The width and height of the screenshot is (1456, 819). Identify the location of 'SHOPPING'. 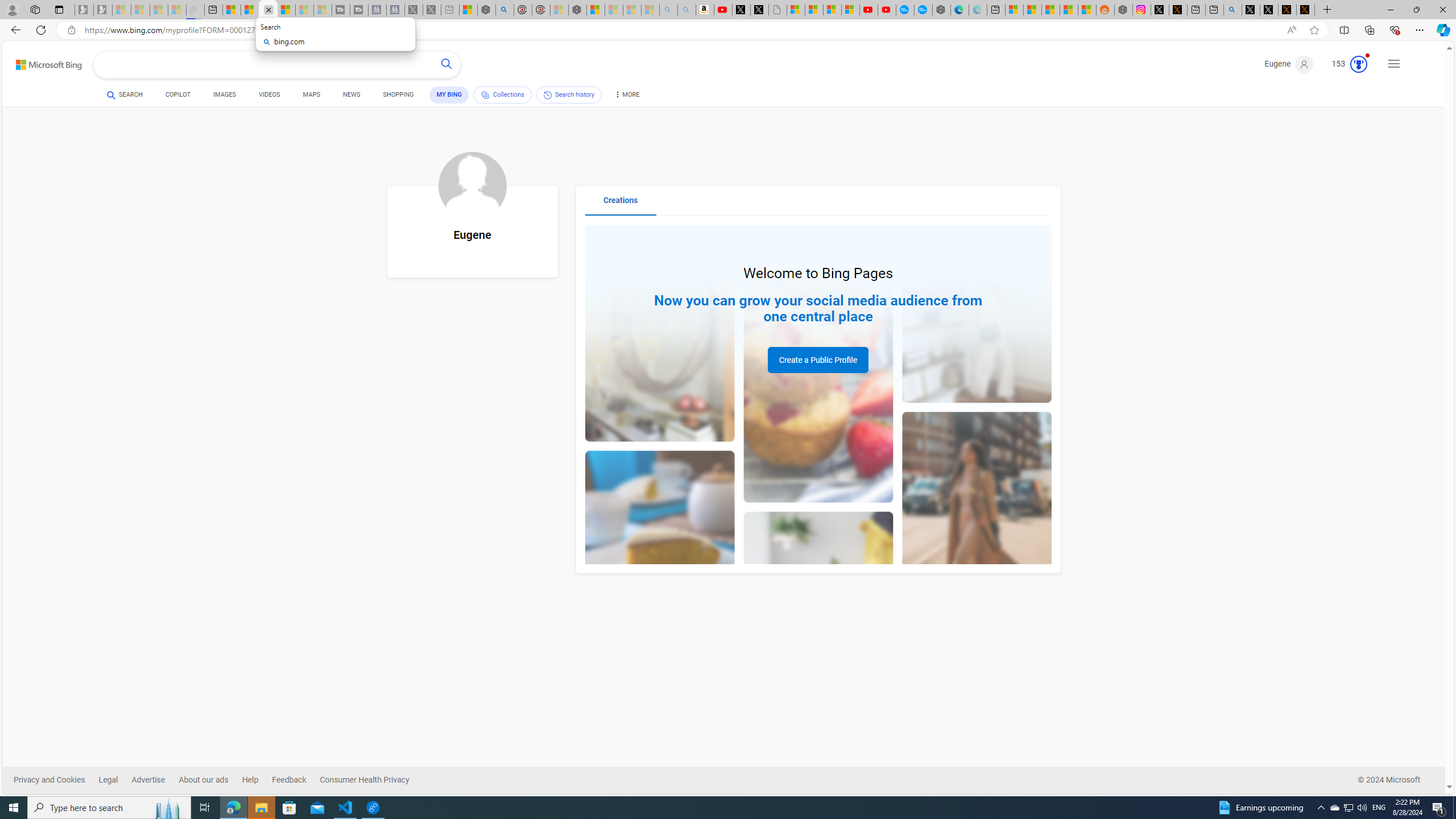
(398, 94).